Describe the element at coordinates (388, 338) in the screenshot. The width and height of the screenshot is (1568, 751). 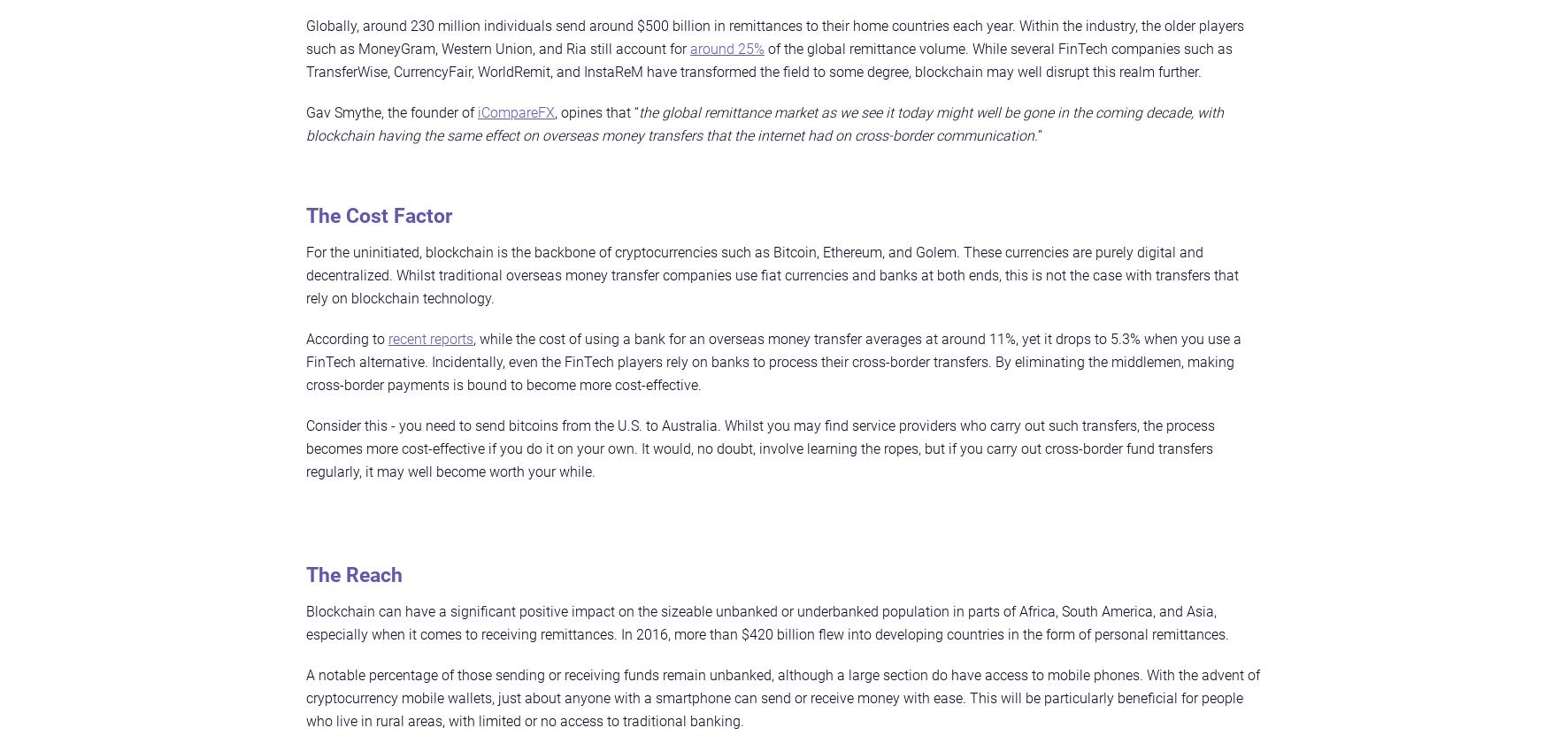
I see `'recent reports'` at that location.